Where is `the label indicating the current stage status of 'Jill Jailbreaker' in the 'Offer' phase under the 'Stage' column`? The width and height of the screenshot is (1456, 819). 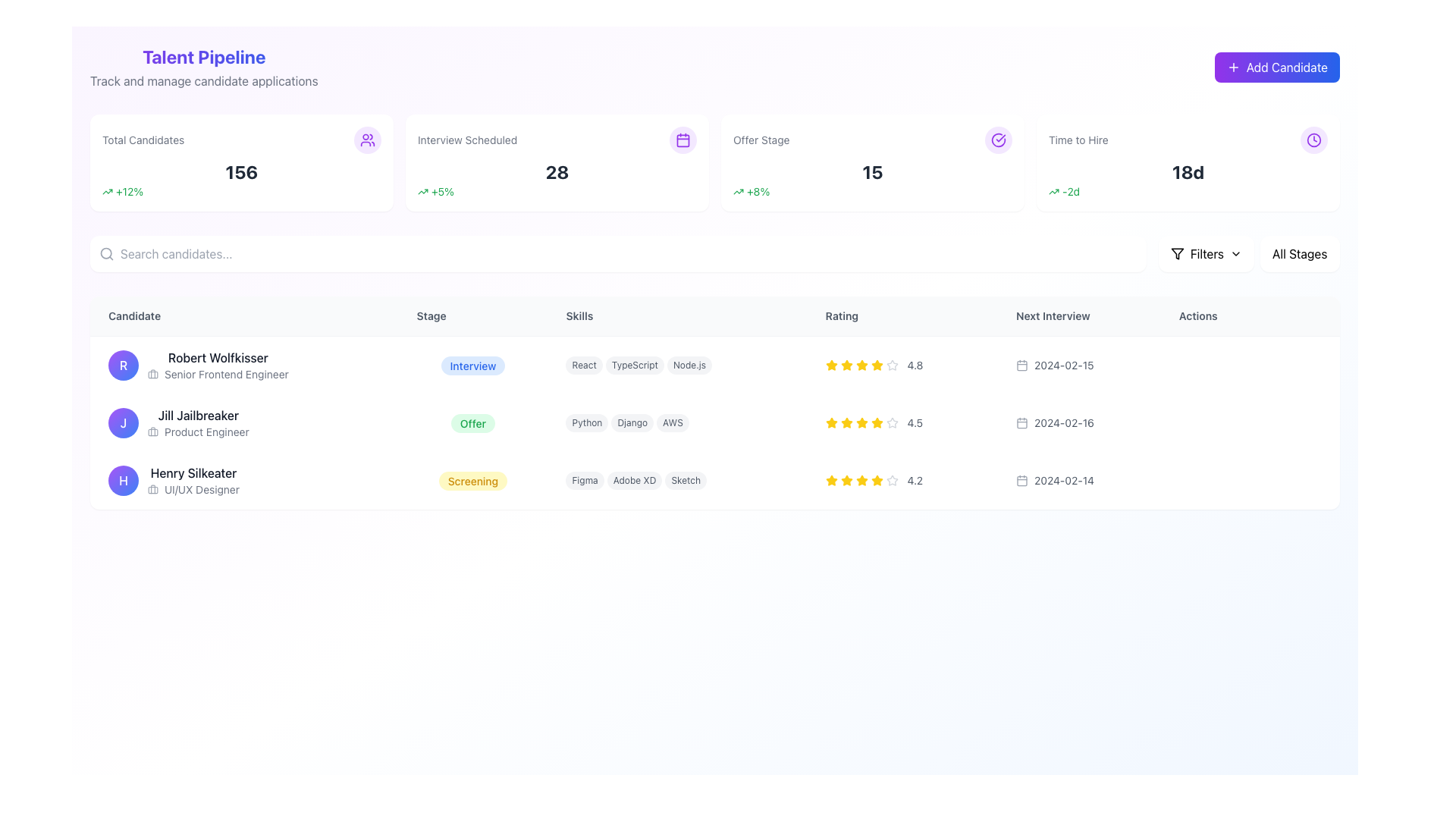 the label indicating the current stage status of 'Jill Jailbreaker' in the 'Offer' phase under the 'Stage' column is located at coordinates (472, 423).